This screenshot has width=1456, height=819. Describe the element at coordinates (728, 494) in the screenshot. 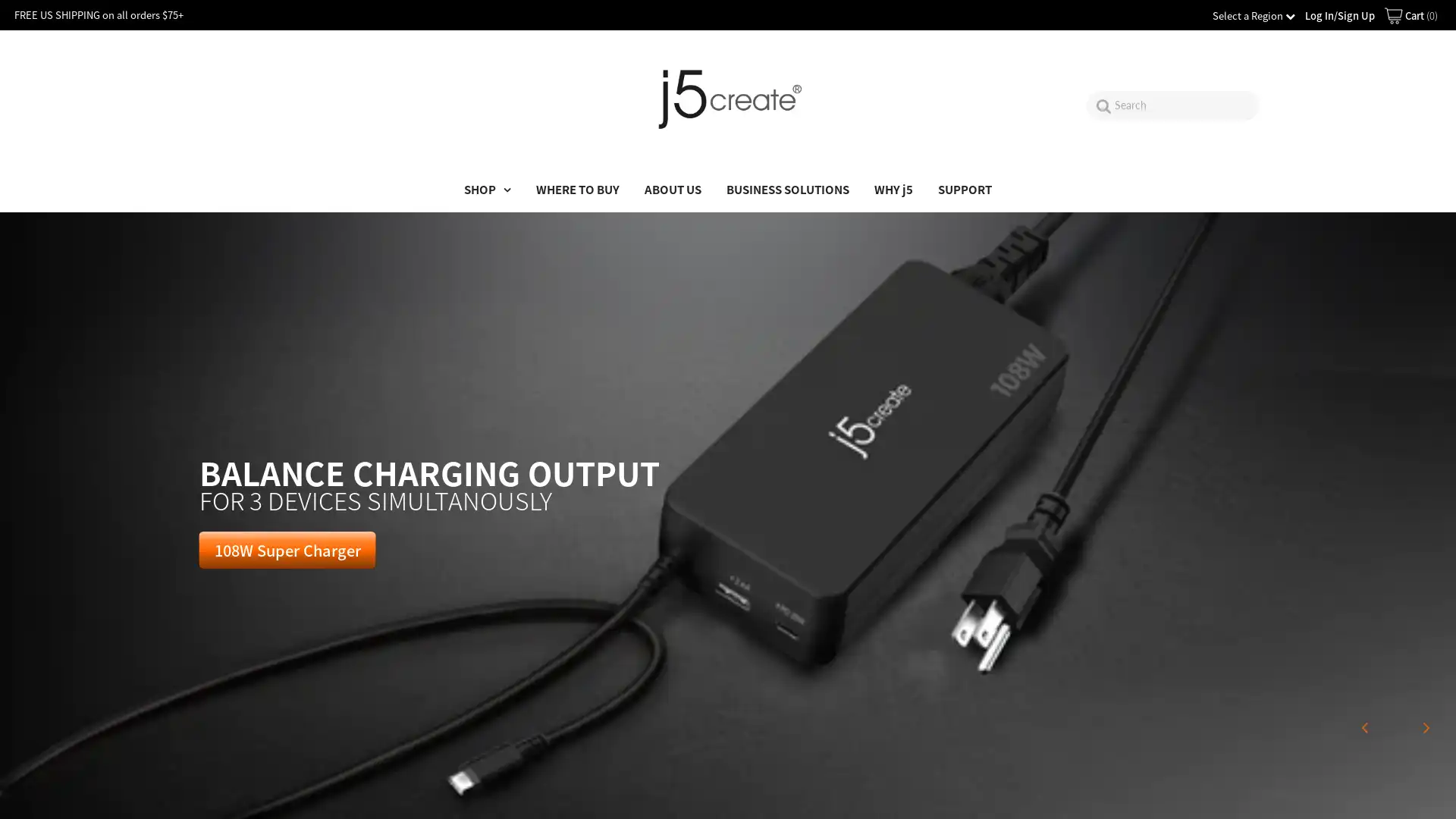

I see `NO, THANK YOU` at that location.